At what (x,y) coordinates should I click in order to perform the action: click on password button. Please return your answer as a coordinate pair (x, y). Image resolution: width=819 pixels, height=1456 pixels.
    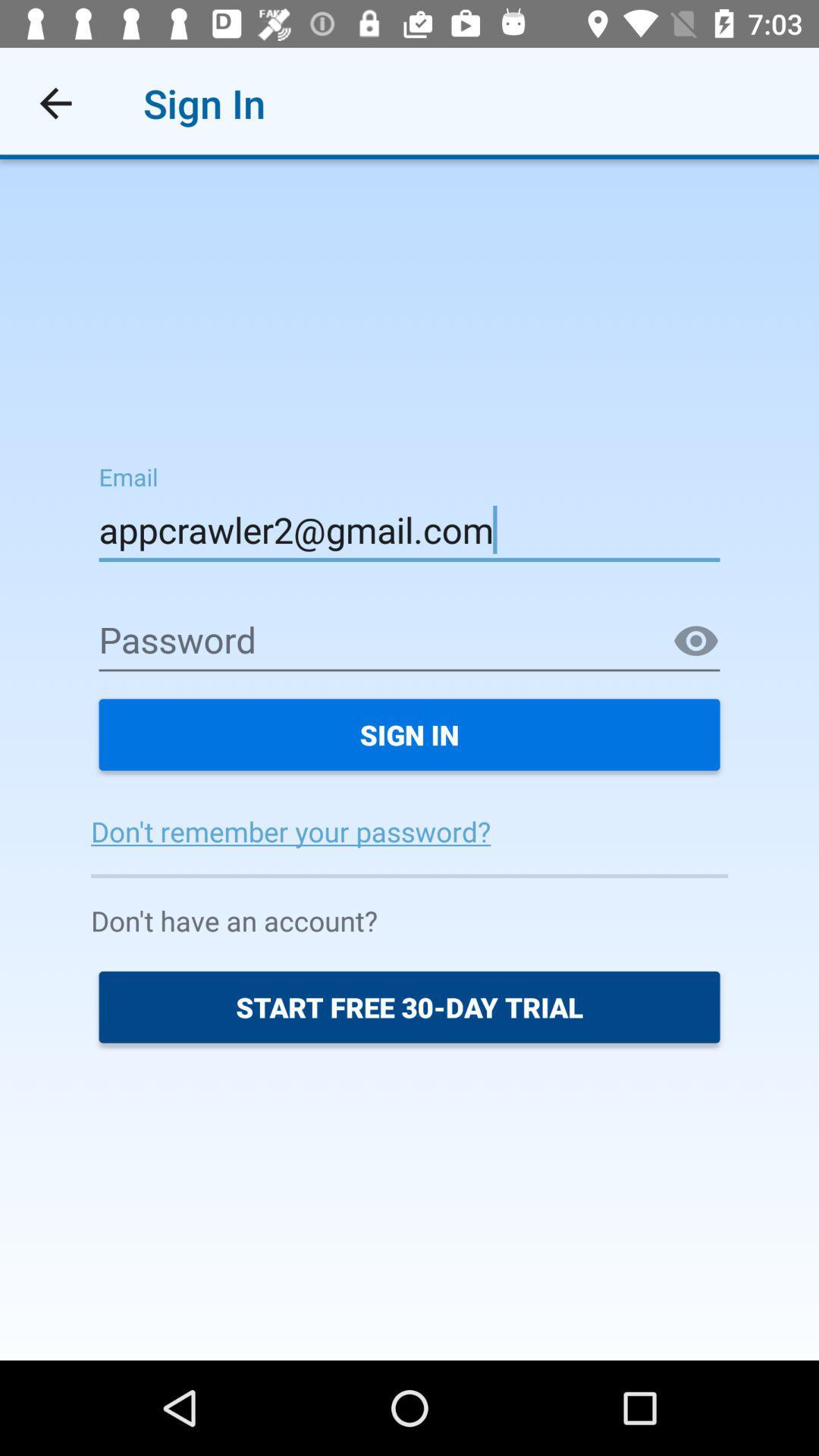
    Looking at the image, I should click on (696, 642).